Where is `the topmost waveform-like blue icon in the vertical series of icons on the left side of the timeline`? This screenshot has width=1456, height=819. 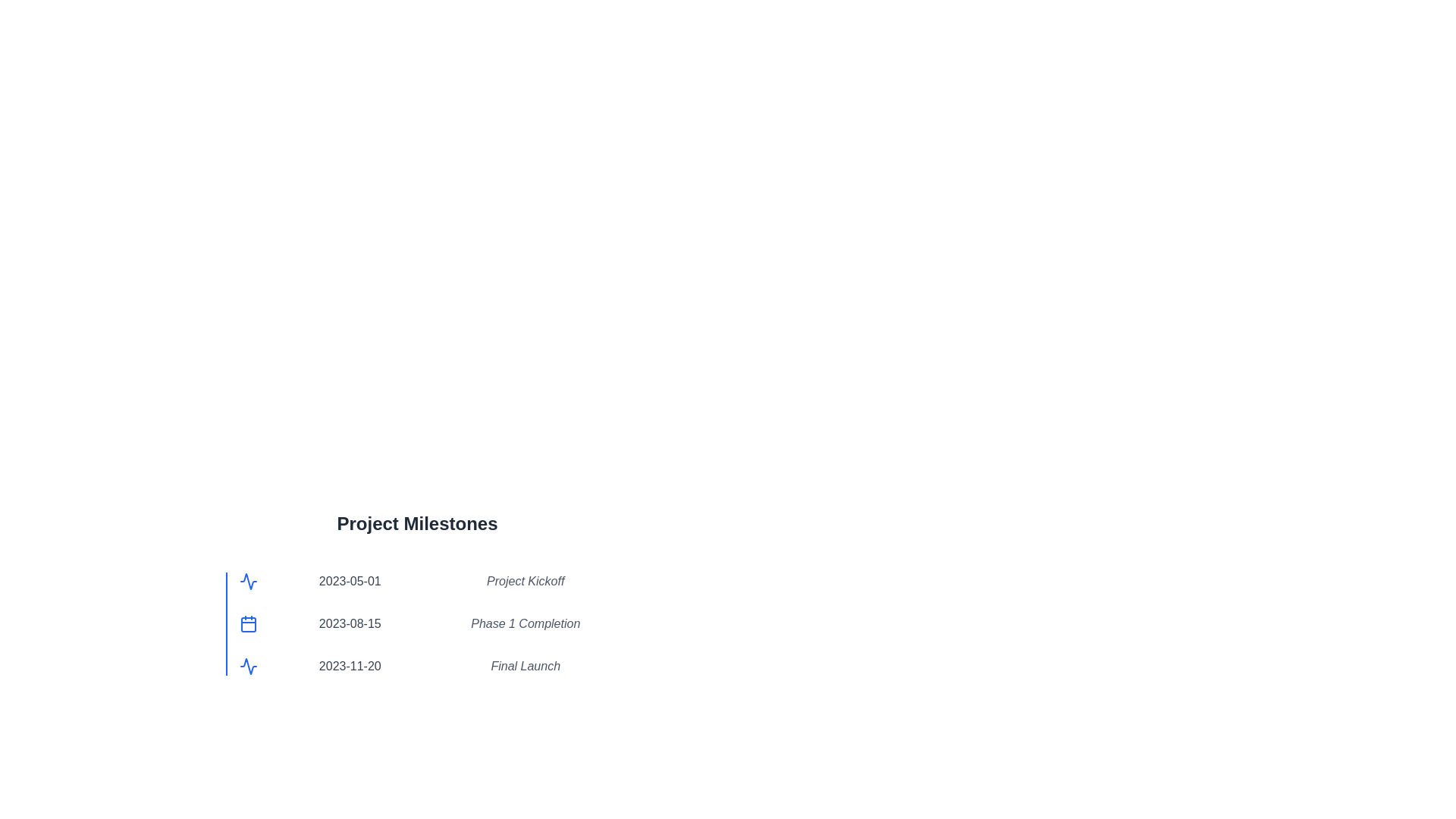
the topmost waveform-like blue icon in the vertical series of icons on the left side of the timeline is located at coordinates (248, 666).